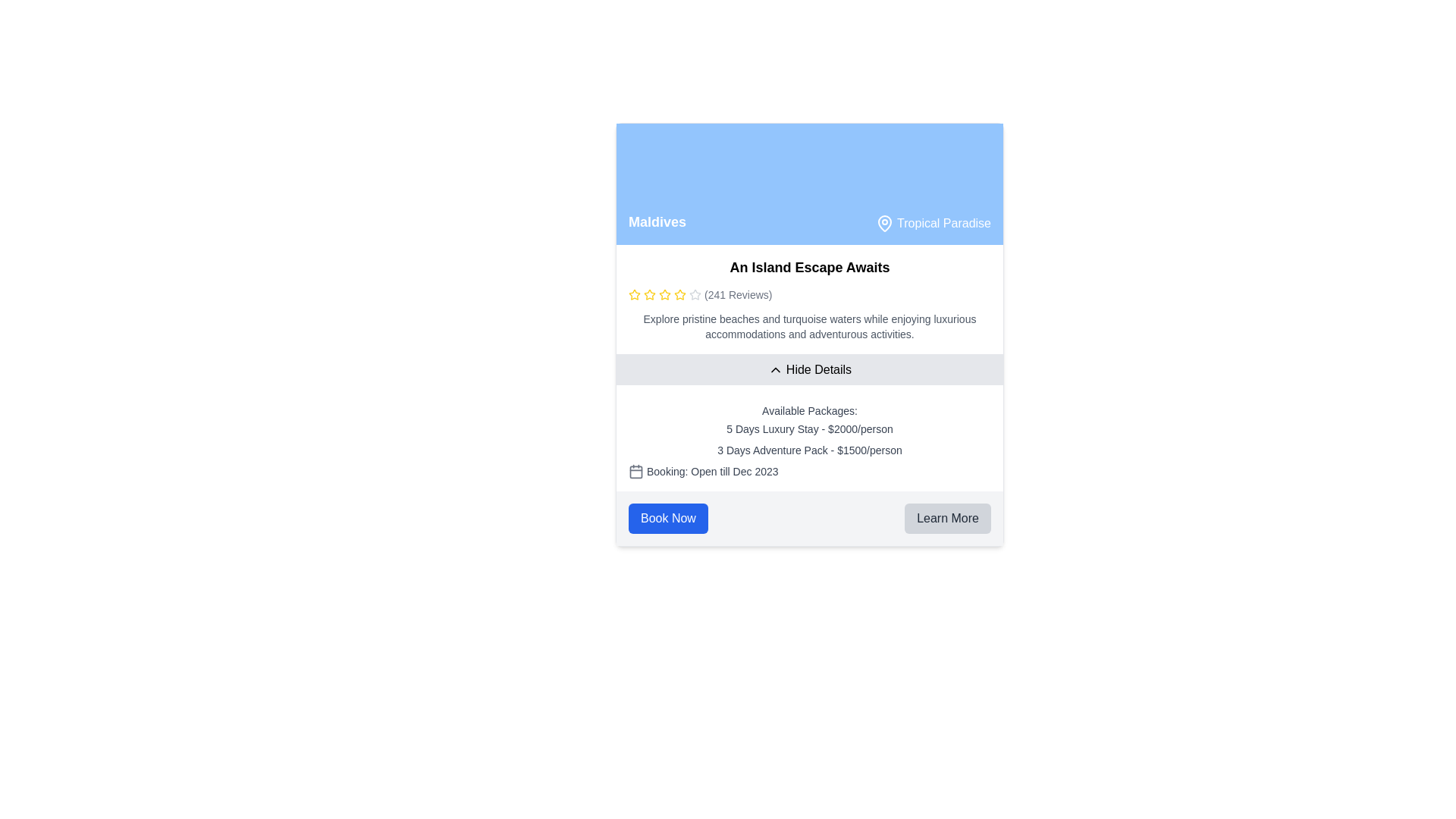  What do you see at coordinates (679, 294) in the screenshot?
I see `the first star icon in the rating group below the title 'An Island Escape Awaits' to provide a rating` at bounding box center [679, 294].